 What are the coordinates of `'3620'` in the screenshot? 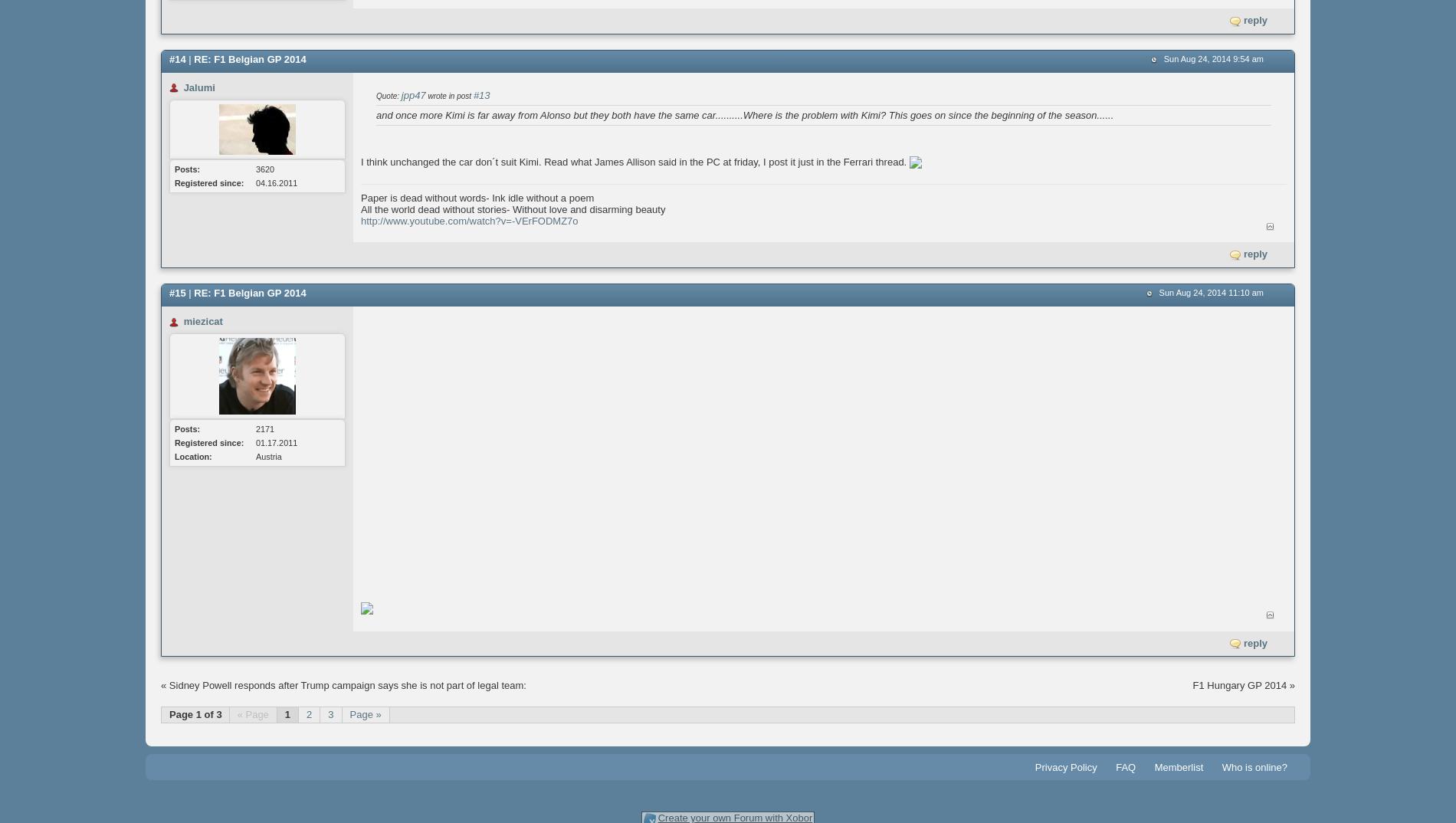 It's located at (264, 167).